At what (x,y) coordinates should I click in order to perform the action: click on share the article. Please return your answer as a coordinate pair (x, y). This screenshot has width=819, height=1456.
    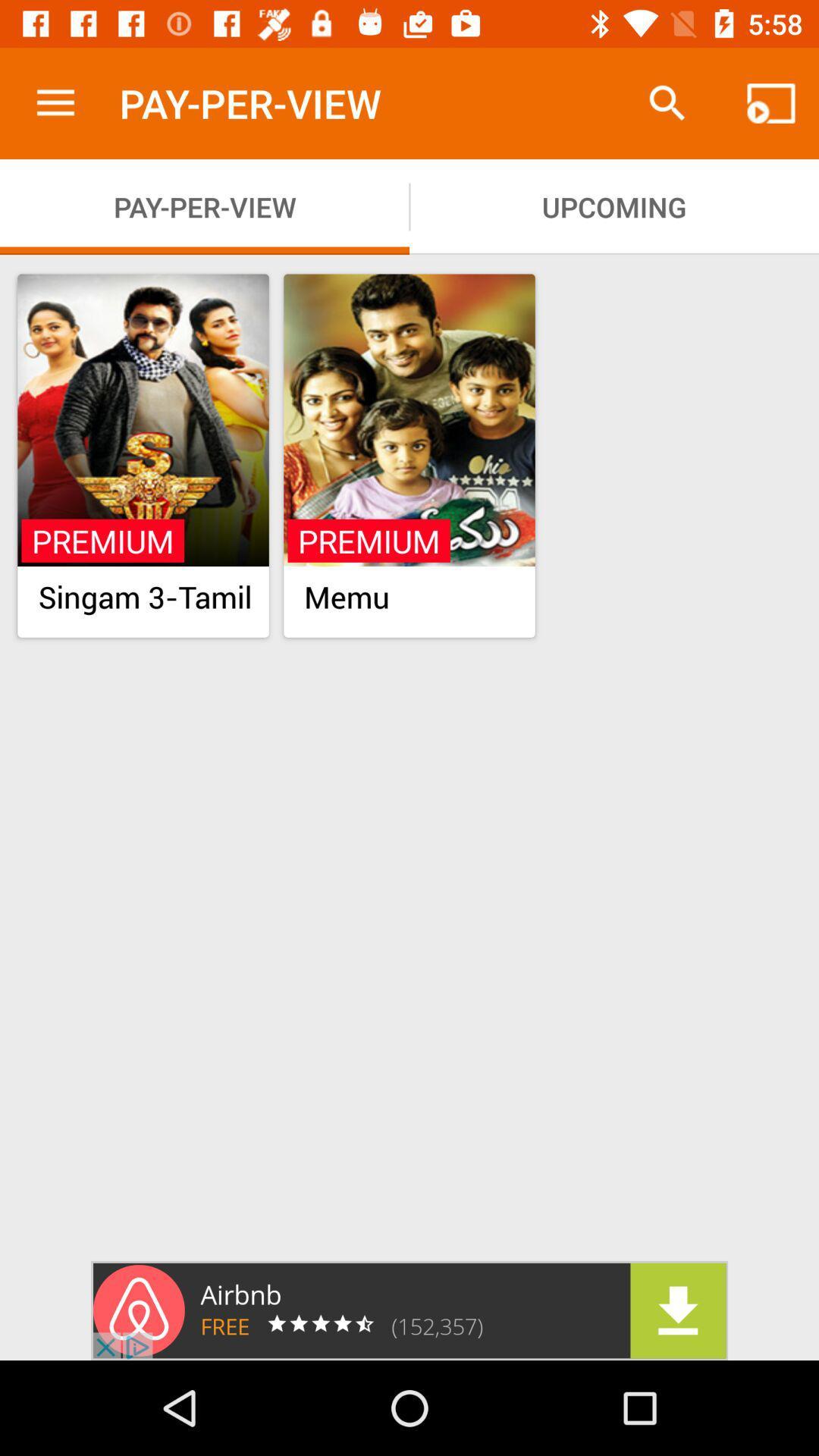
    Looking at the image, I should click on (409, 1310).